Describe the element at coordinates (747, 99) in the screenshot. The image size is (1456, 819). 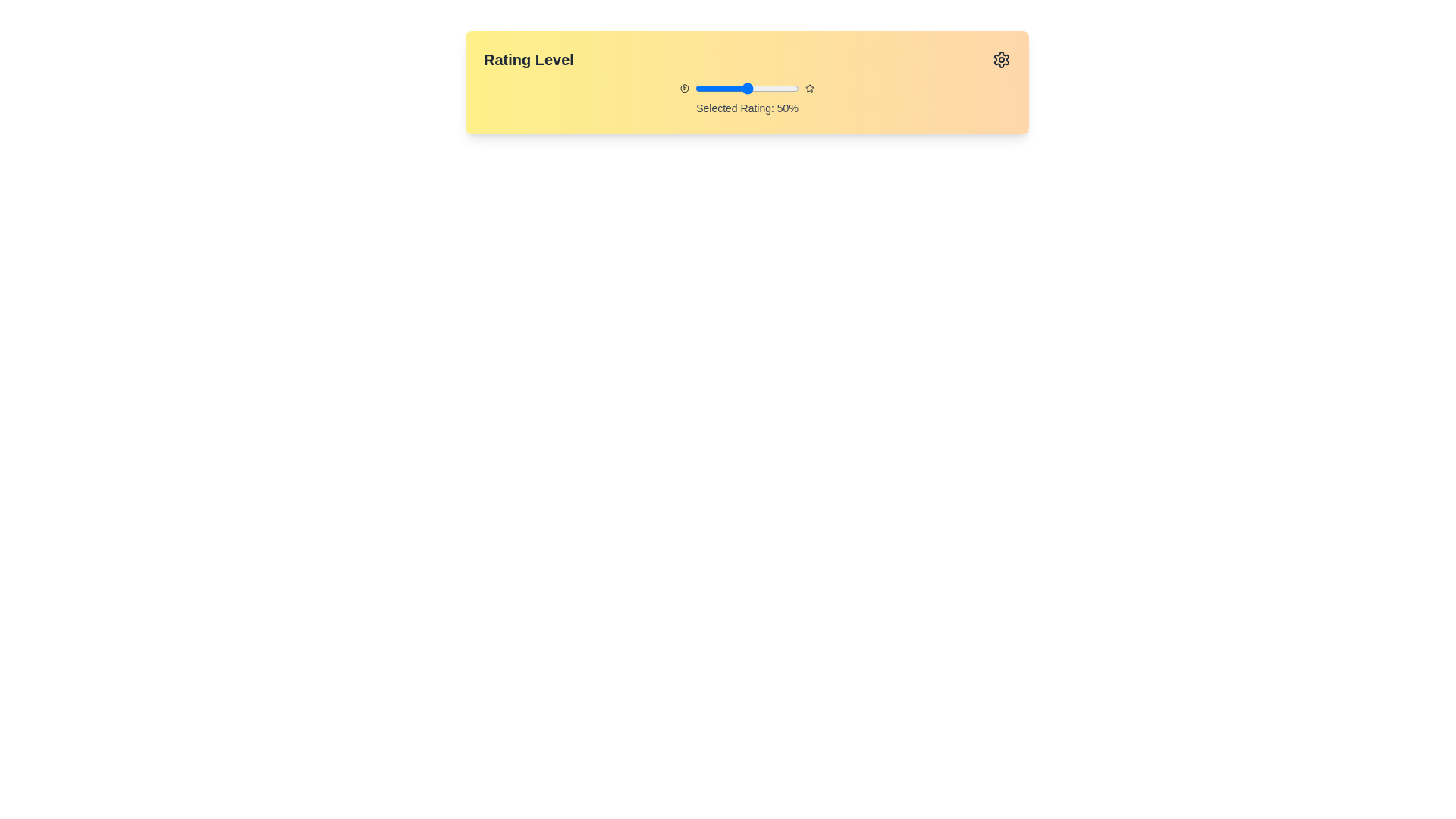
I see `the text label displaying 'Selected Rating: 50%' which is centrally aligned and located below the slider bar in the rating interface` at that location.